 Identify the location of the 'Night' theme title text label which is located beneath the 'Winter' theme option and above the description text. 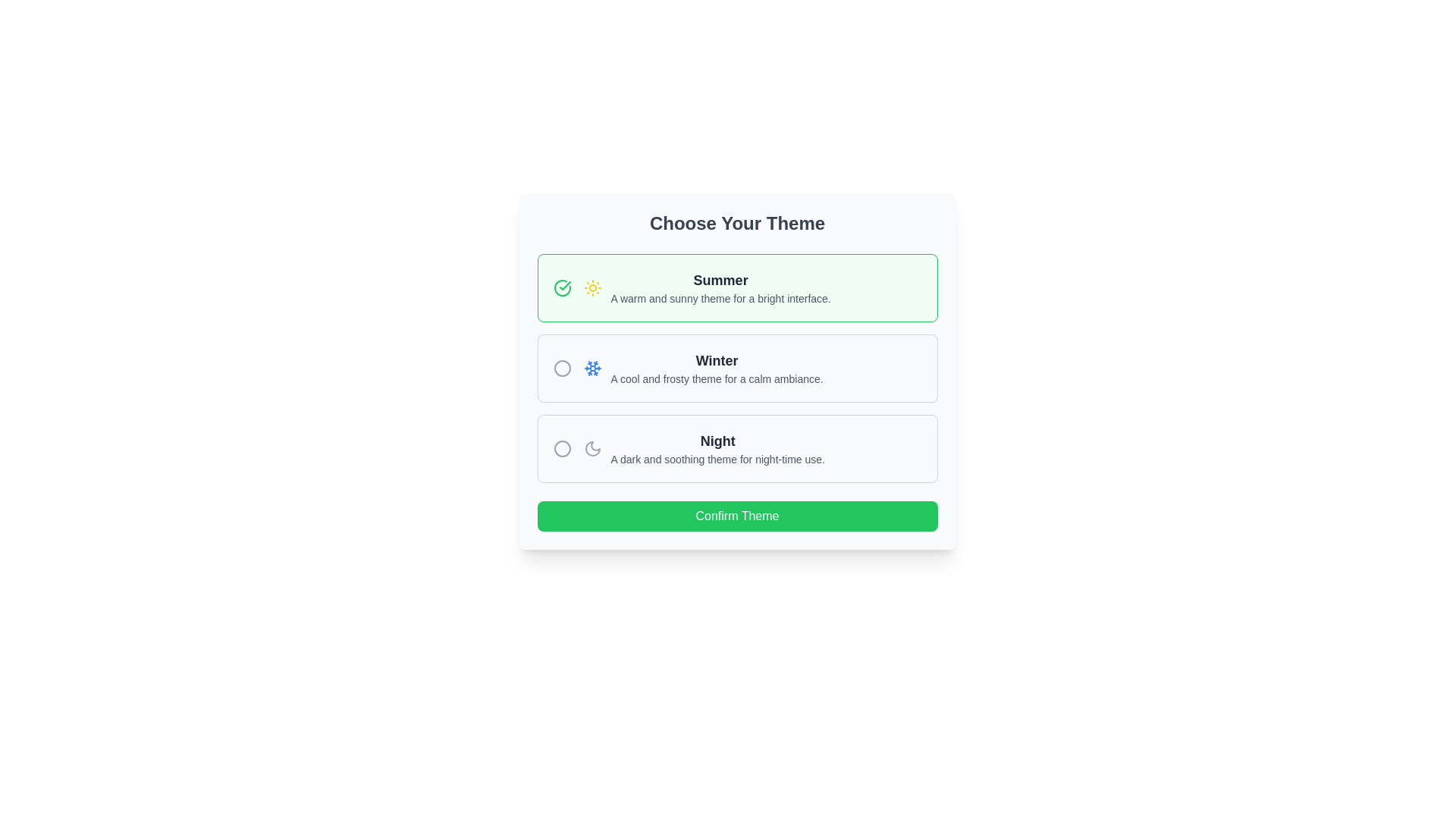
(717, 441).